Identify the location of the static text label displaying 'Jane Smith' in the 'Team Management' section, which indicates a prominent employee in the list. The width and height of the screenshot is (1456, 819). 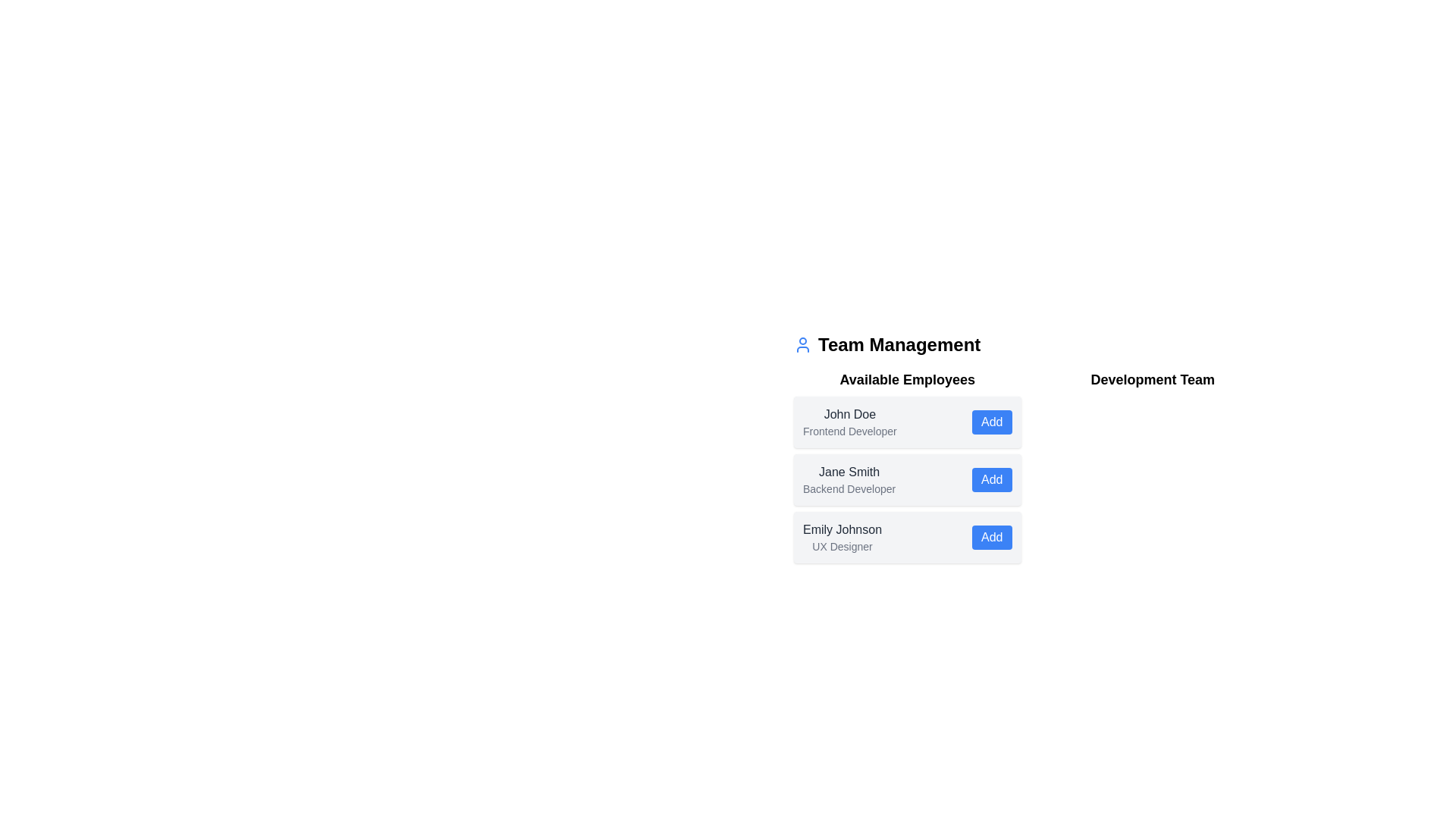
(849, 472).